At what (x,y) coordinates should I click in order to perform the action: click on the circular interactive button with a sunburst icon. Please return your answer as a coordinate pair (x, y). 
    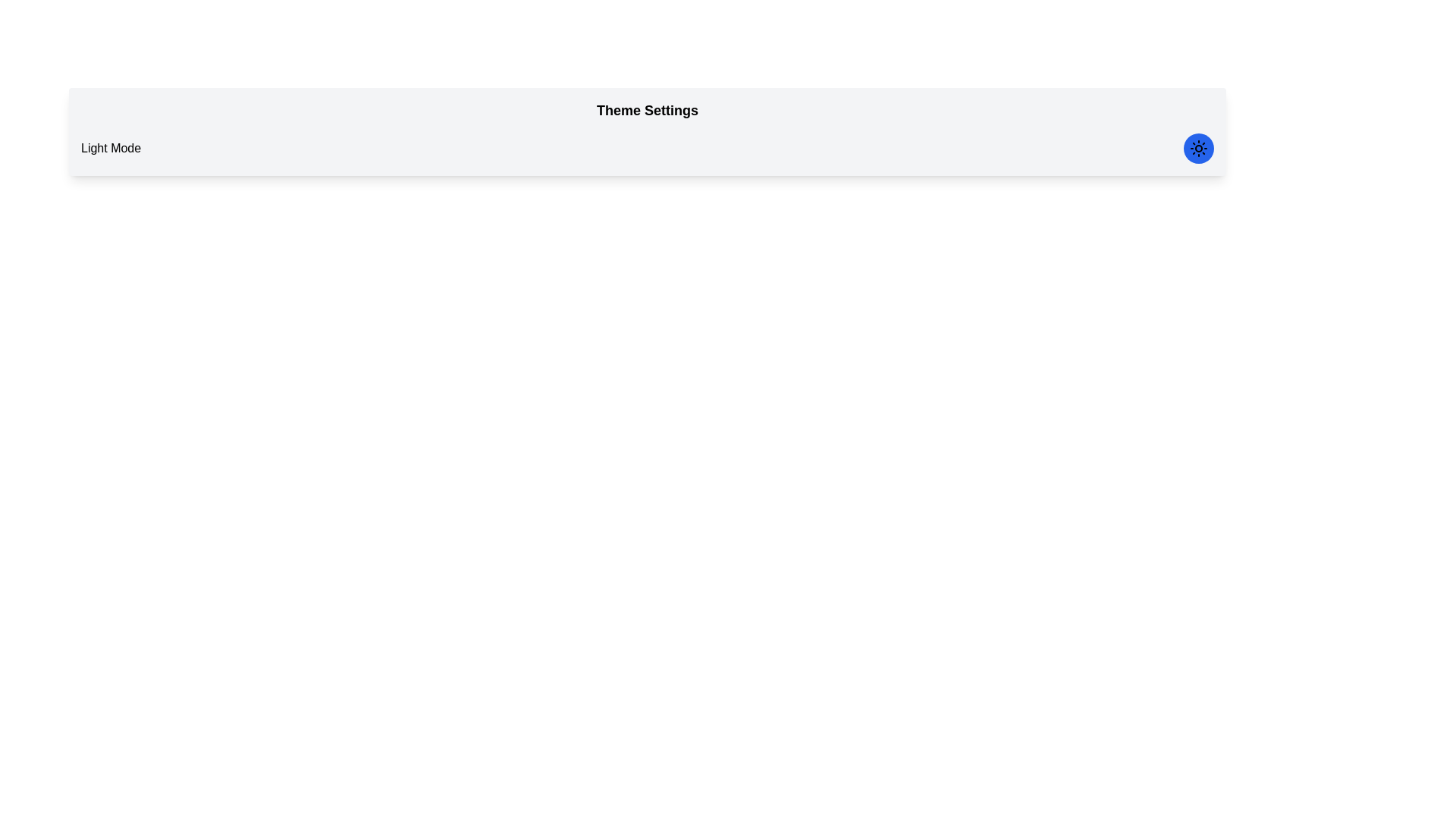
    Looking at the image, I should click on (1197, 149).